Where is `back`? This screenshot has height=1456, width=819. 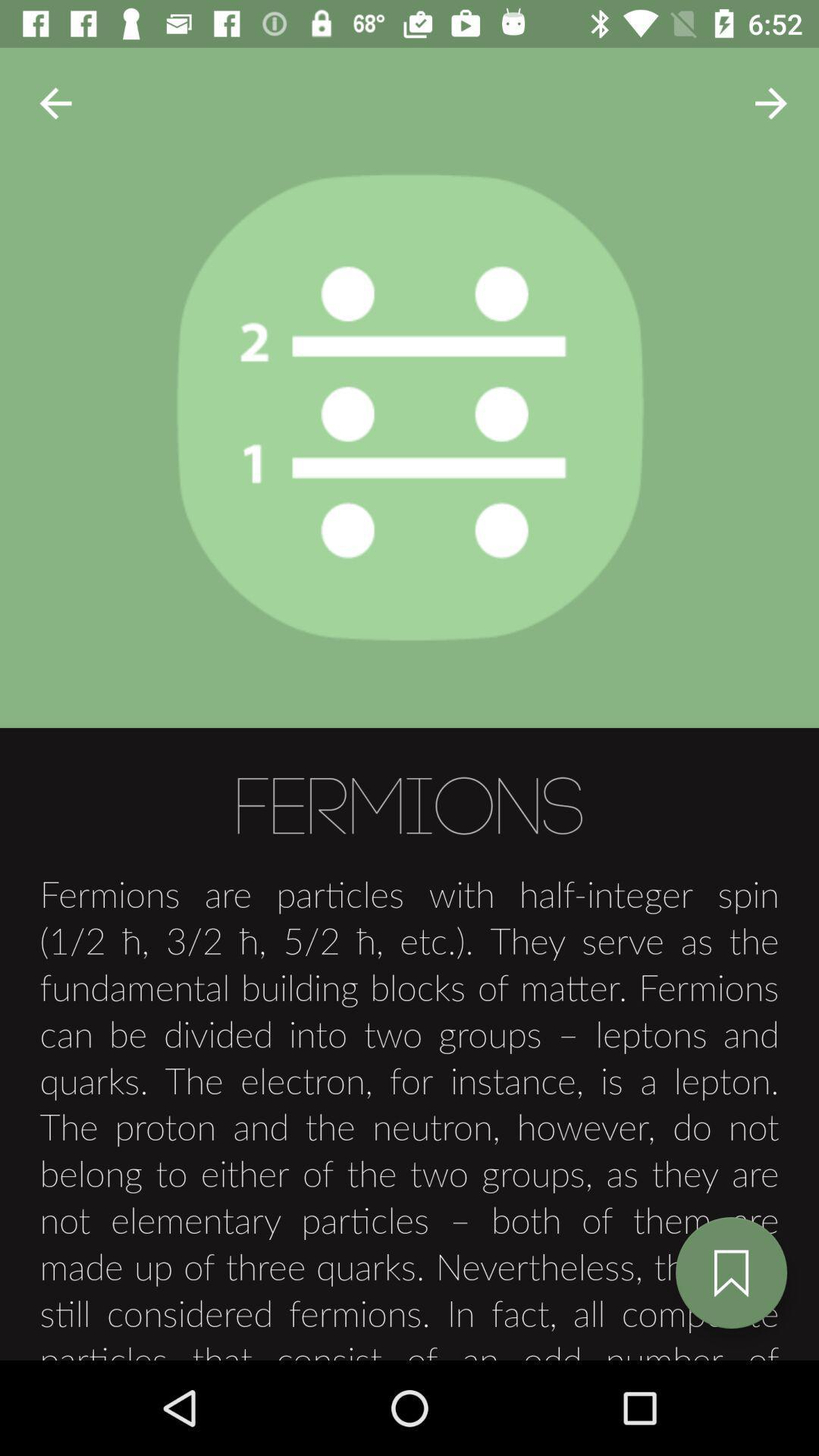
back is located at coordinates (55, 102).